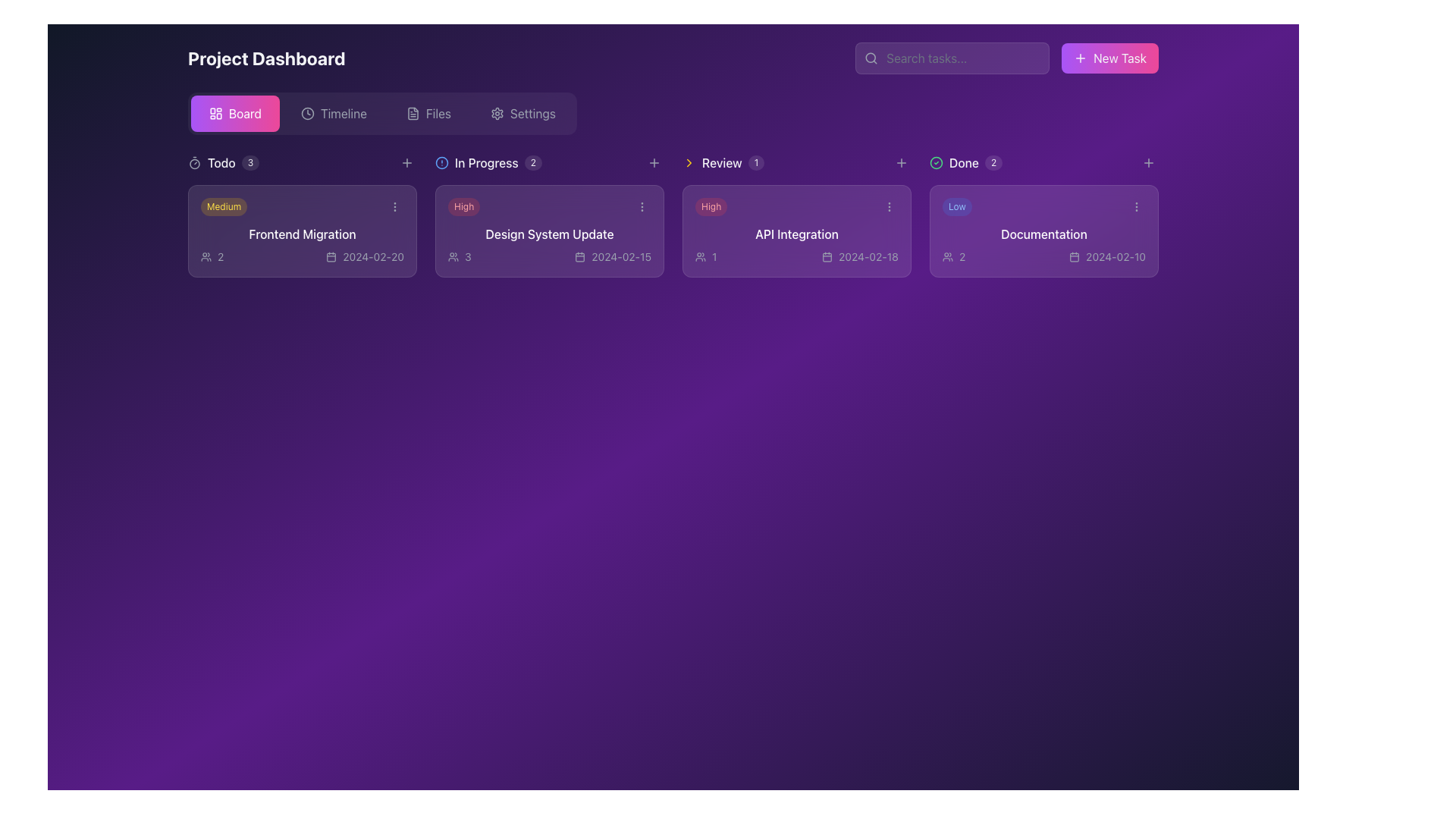 This screenshot has height=819, width=1456. Describe the element at coordinates (827, 256) in the screenshot. I see `the calendar icon styled in an outlined format with a gray color, located to the left of the text '2024-02-18' within the 'API Integration' card under the 'Review' category` at that location.